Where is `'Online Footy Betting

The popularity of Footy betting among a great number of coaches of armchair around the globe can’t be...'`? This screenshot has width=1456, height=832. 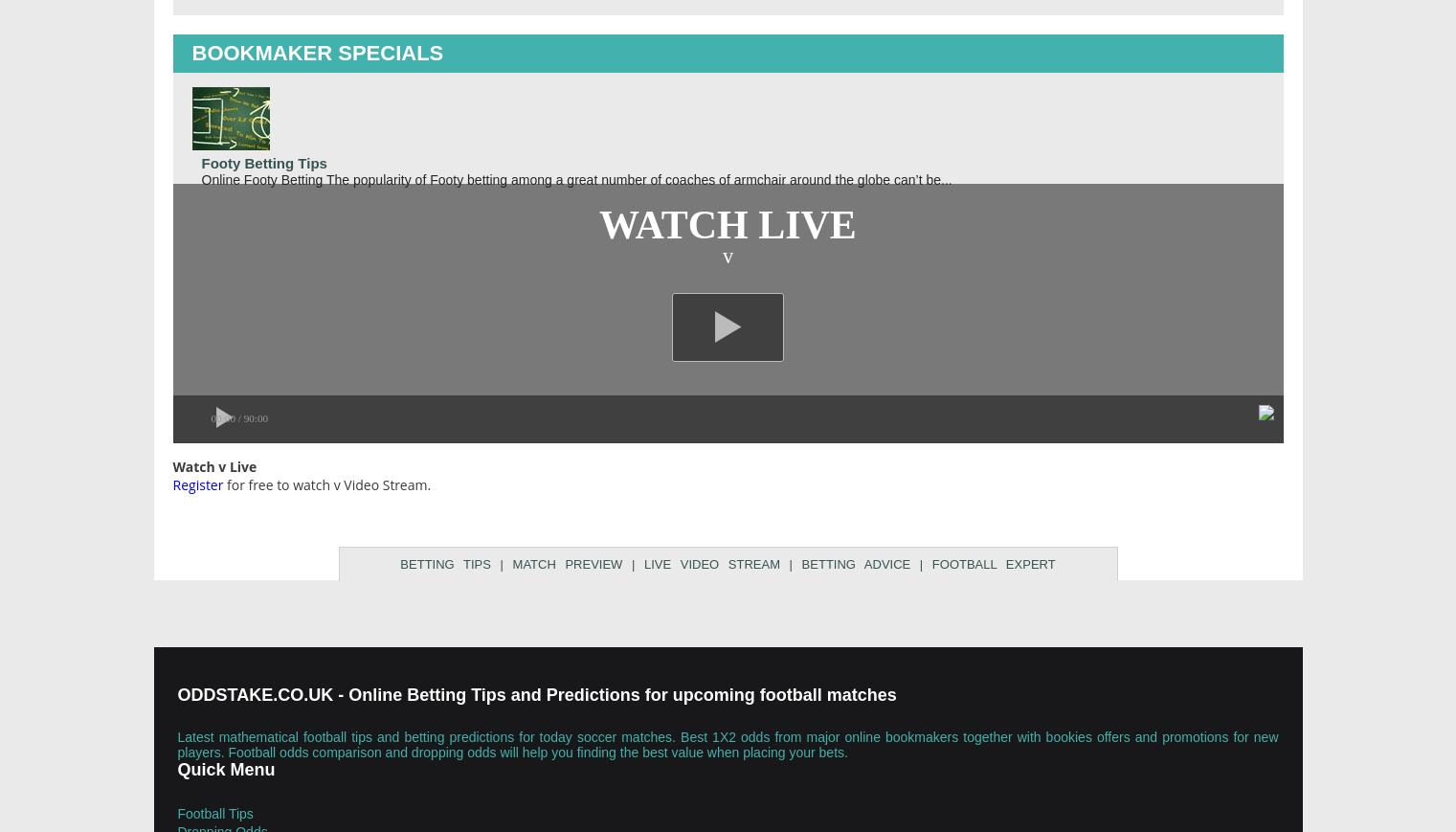
'Online Footy Betting

The popularity of Footy betting among a great number of coaches of armchair around the globe can’t be...' is located at coordinates (576, 178).